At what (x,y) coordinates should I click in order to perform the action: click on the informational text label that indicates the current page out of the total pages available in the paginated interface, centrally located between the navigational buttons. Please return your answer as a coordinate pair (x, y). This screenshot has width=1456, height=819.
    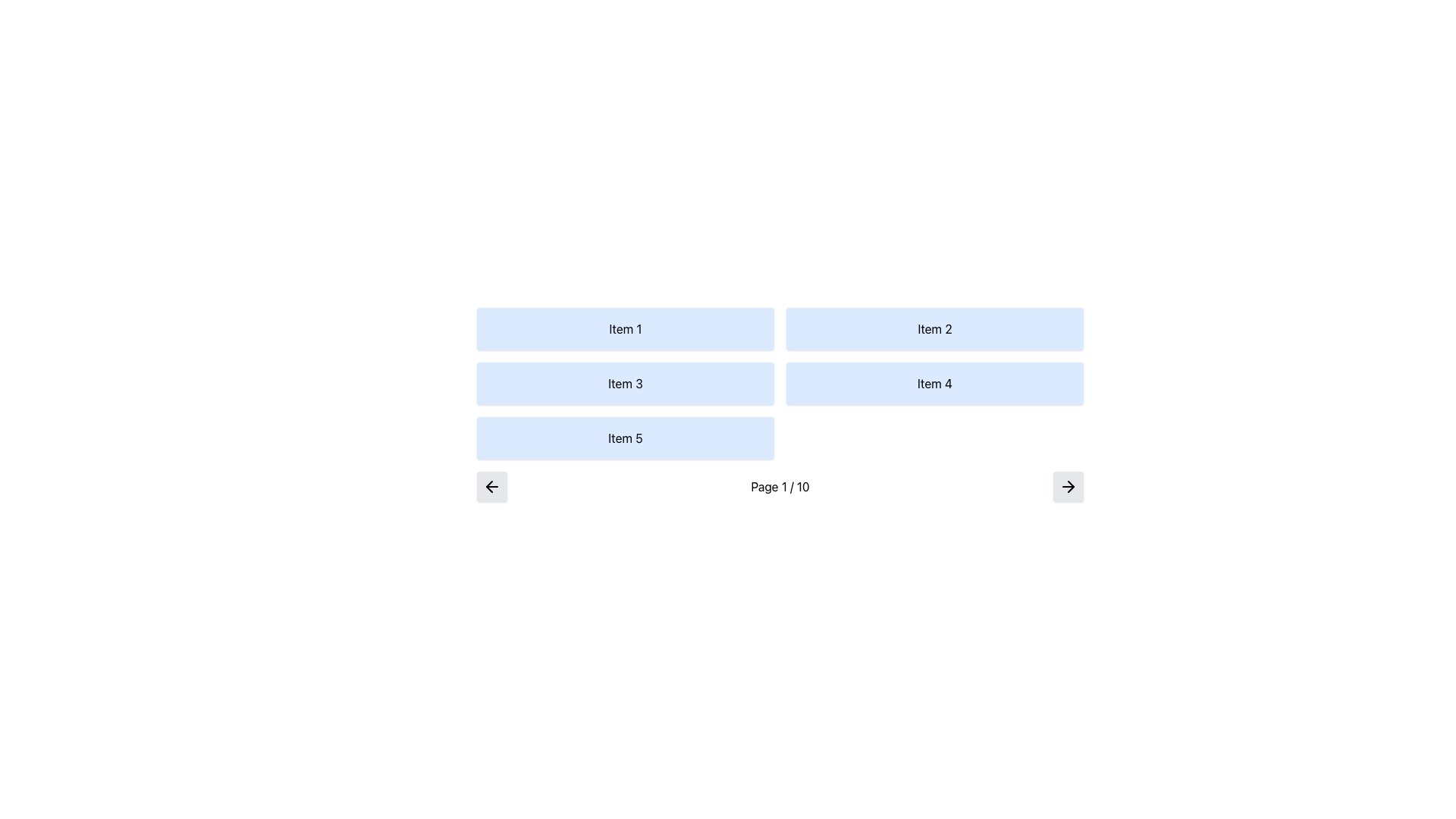
    Looking at the image, I should click on (780, 486).